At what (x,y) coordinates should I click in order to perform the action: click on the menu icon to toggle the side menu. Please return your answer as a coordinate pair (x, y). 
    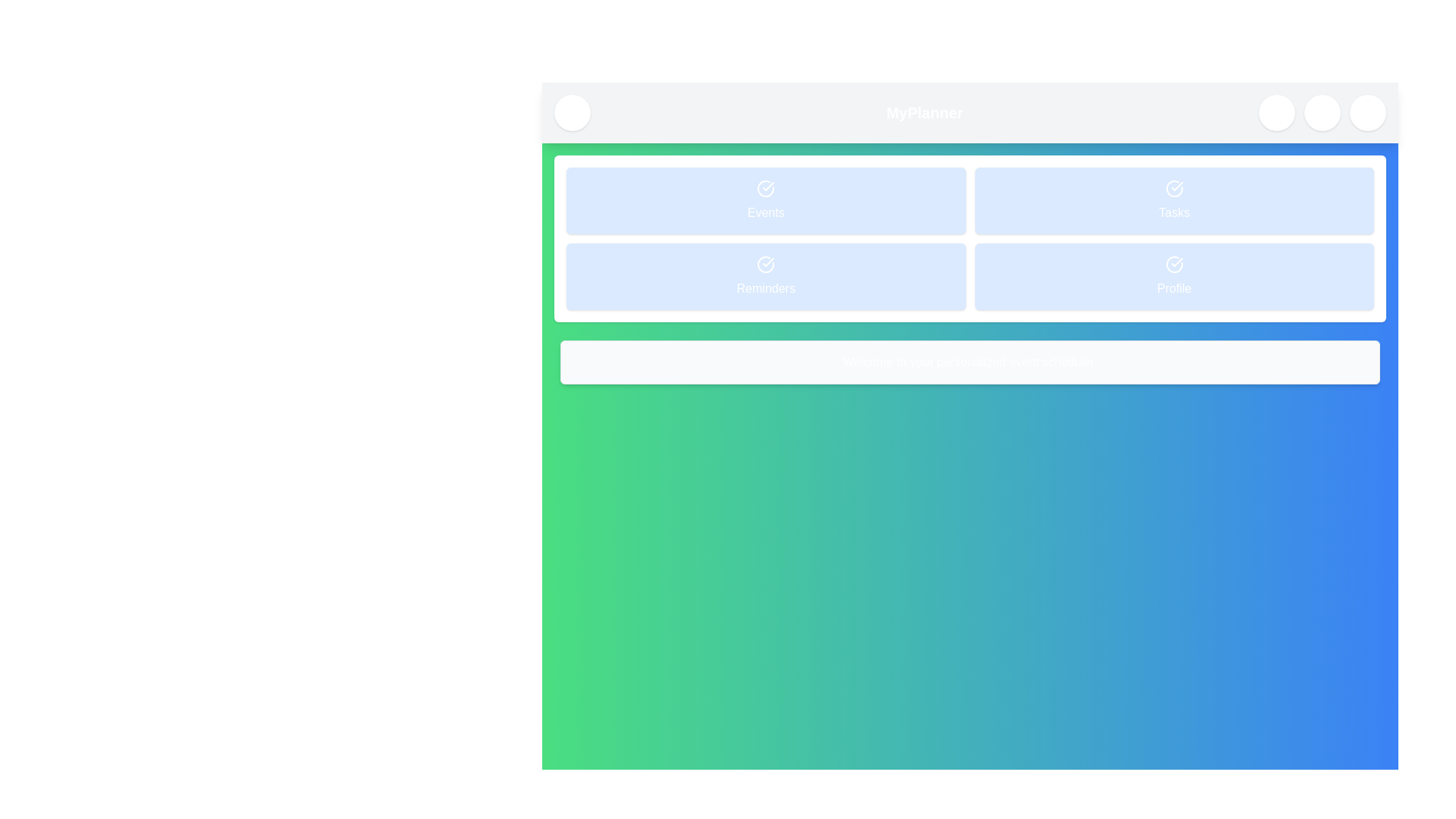
    Looking at the image, I should click on (571, 112).